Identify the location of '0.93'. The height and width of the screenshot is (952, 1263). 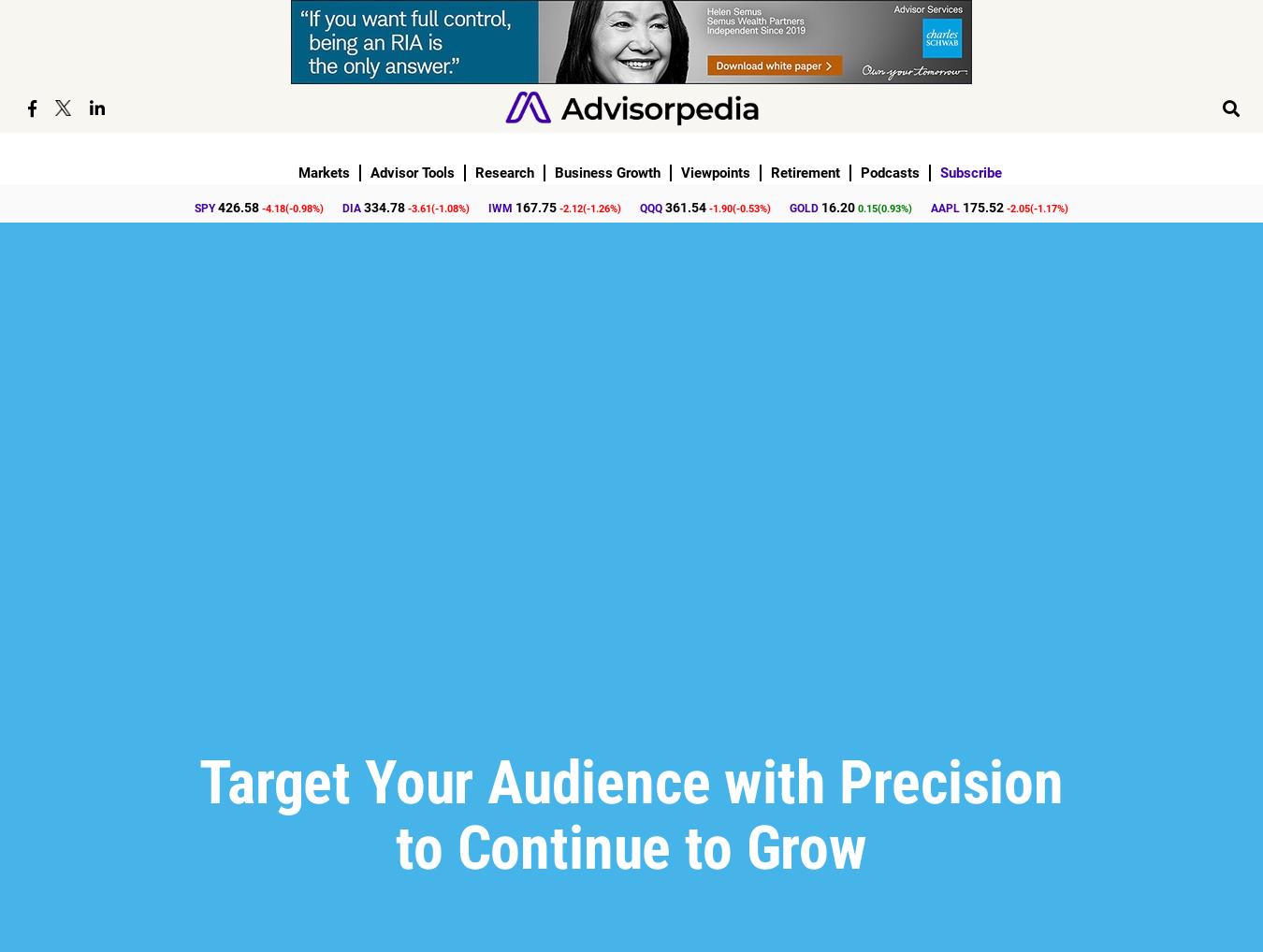
(890, 208).